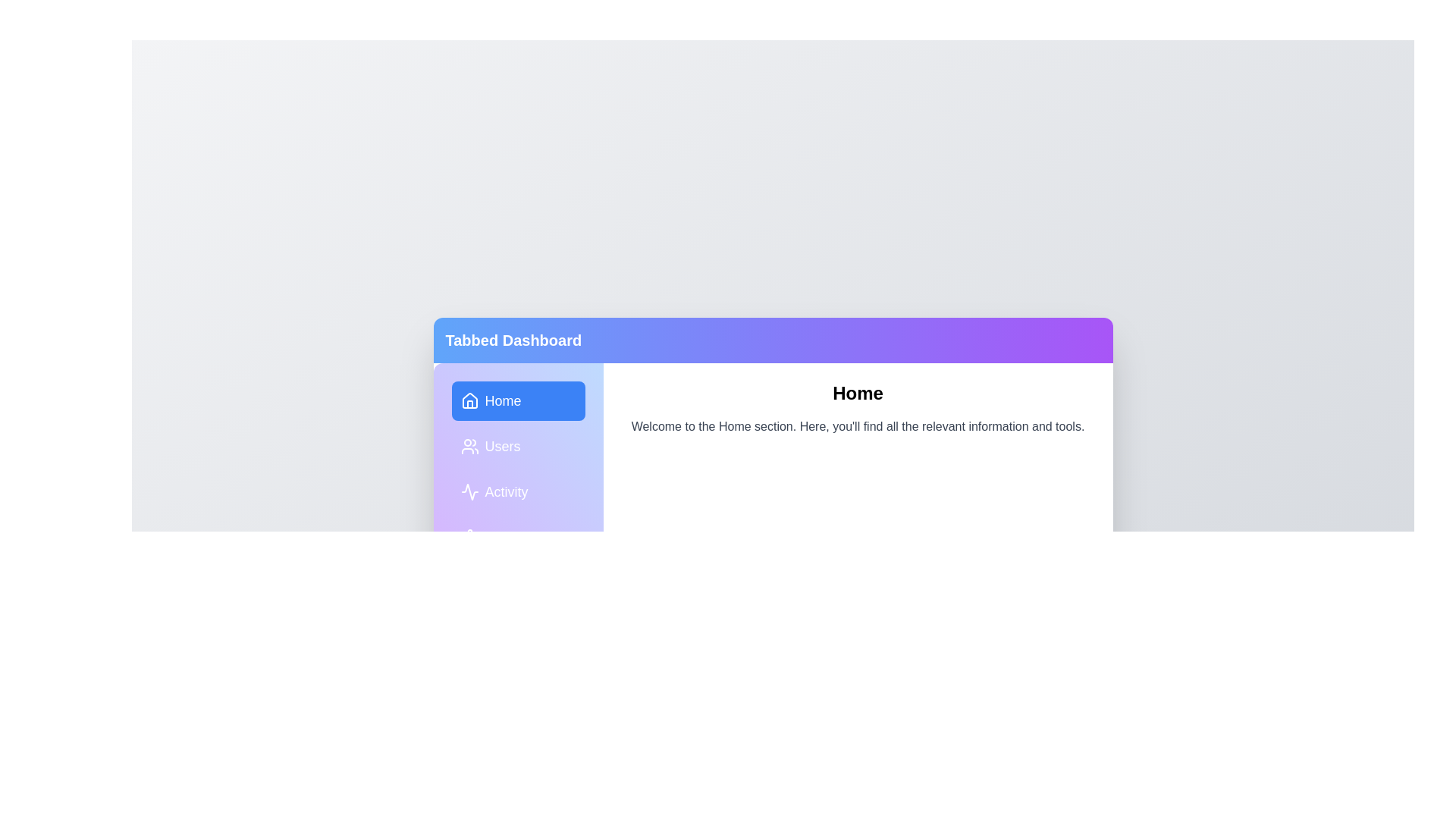 The image size is (1456, 819). Describe the element at coordinates (518, 446) in the screenshot. I see `the Users tab by clicking on it` at that location.